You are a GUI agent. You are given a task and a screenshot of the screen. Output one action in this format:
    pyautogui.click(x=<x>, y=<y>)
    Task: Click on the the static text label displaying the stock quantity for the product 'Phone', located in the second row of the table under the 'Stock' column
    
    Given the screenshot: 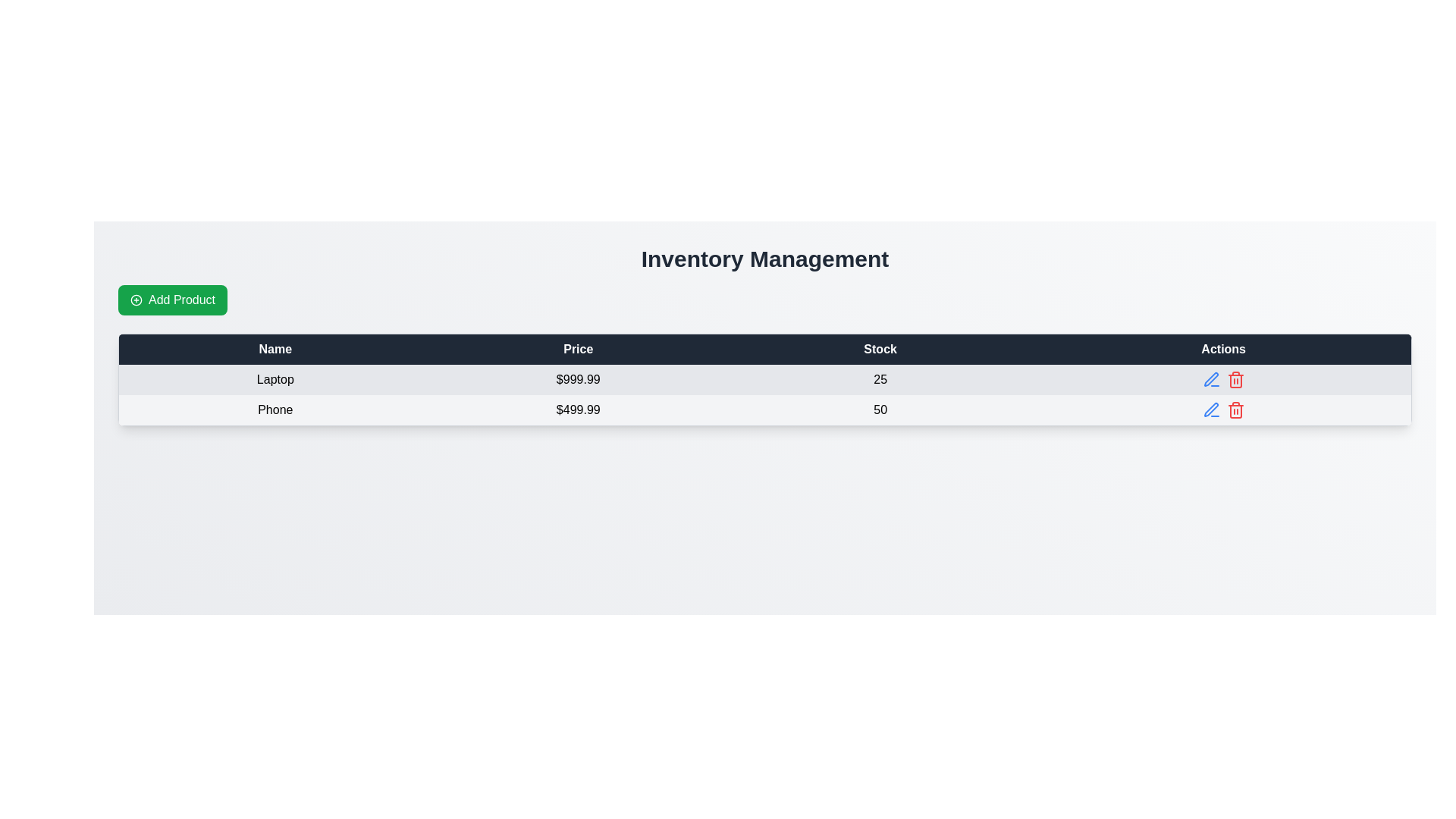 What is the action you would take?
    pyautogui.click(x=880, y=410)
    